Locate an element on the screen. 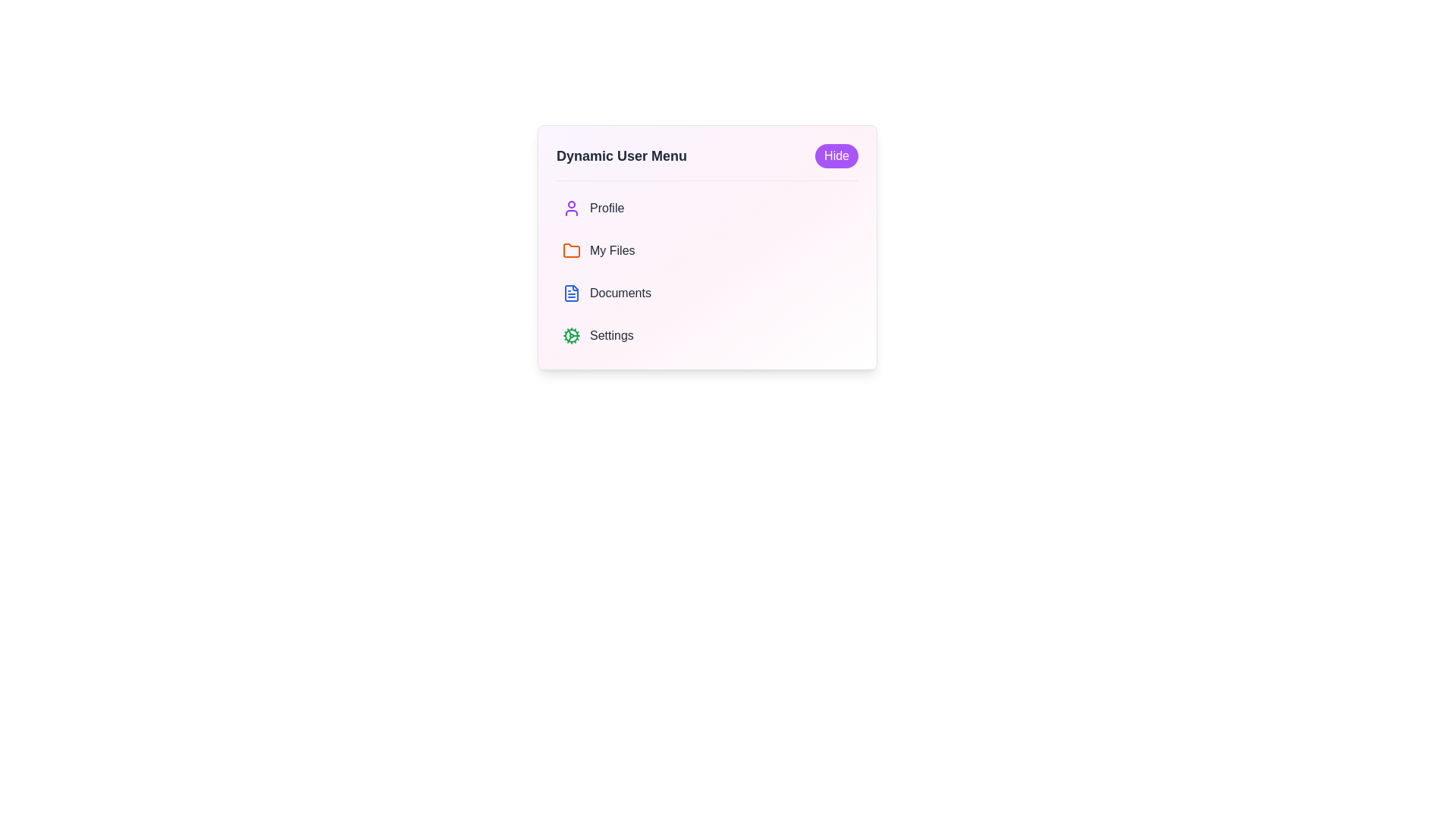  the settings icon located at the end of the user menu is located at coordinates (570, 335).